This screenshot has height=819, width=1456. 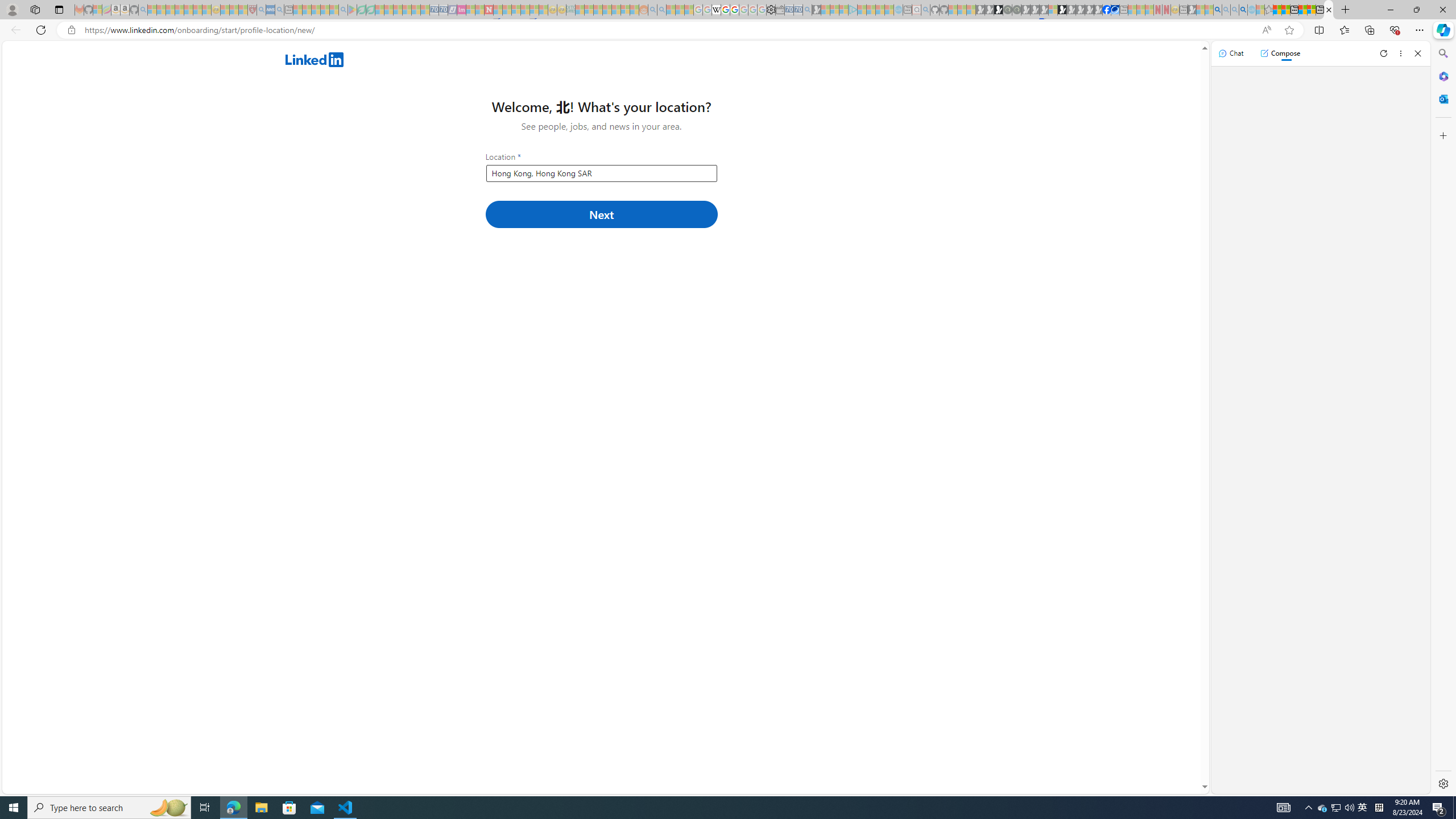 I want to click on 'Google Chrome Internet Browser Download - Search Images', so click(x=1243, y=9).